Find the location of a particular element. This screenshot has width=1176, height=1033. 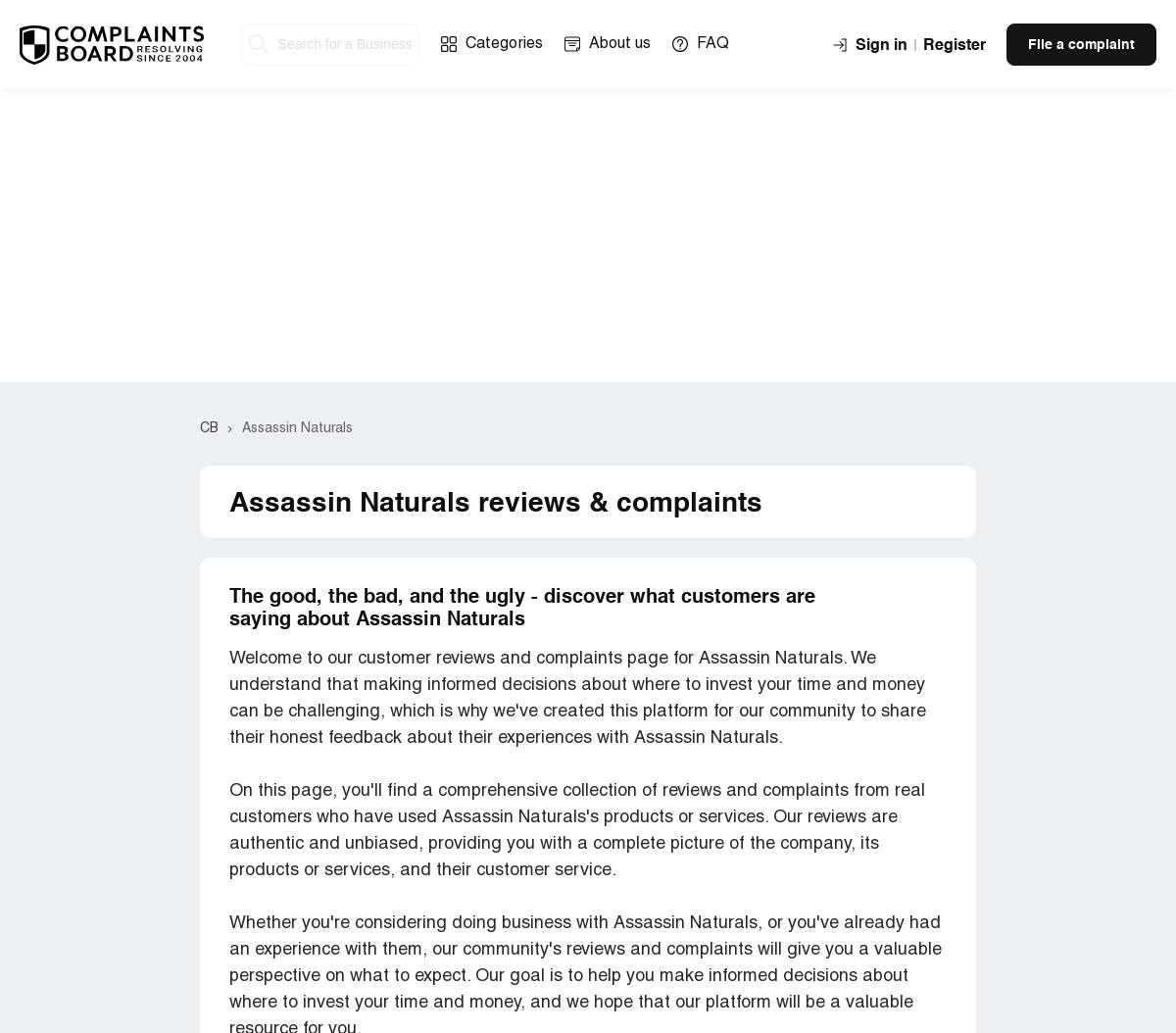

'Gambler Tobacco' is located at coordinates (294, 386).